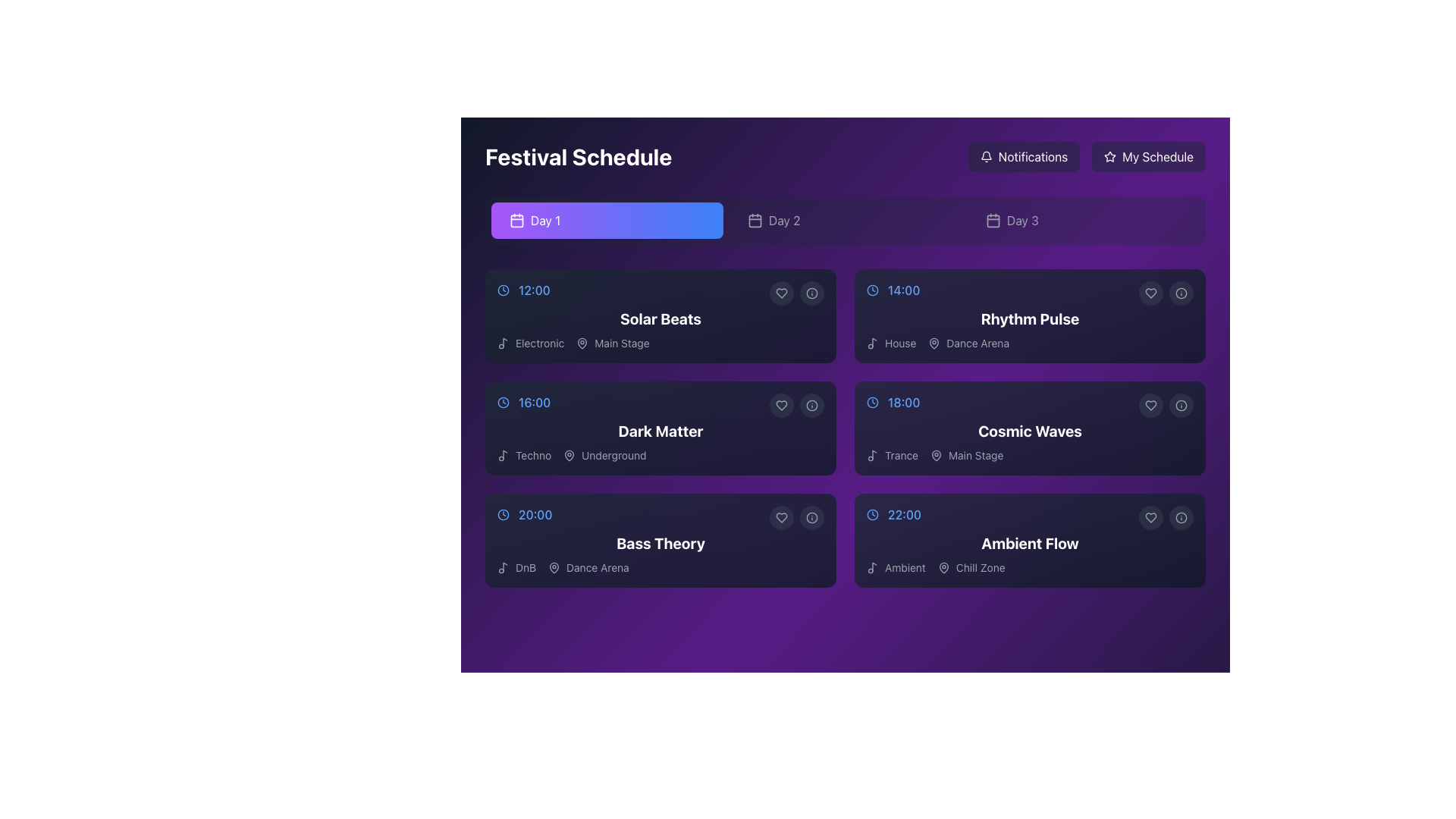 This screenshot has width=1456, height=819. What do you see at coordinates (993, 220) in the screenshot?
I see `the decorative icon for the 'Day 3' tab, which visually indicates that this tab represents a calendar day` at bounding box center [993, 220].